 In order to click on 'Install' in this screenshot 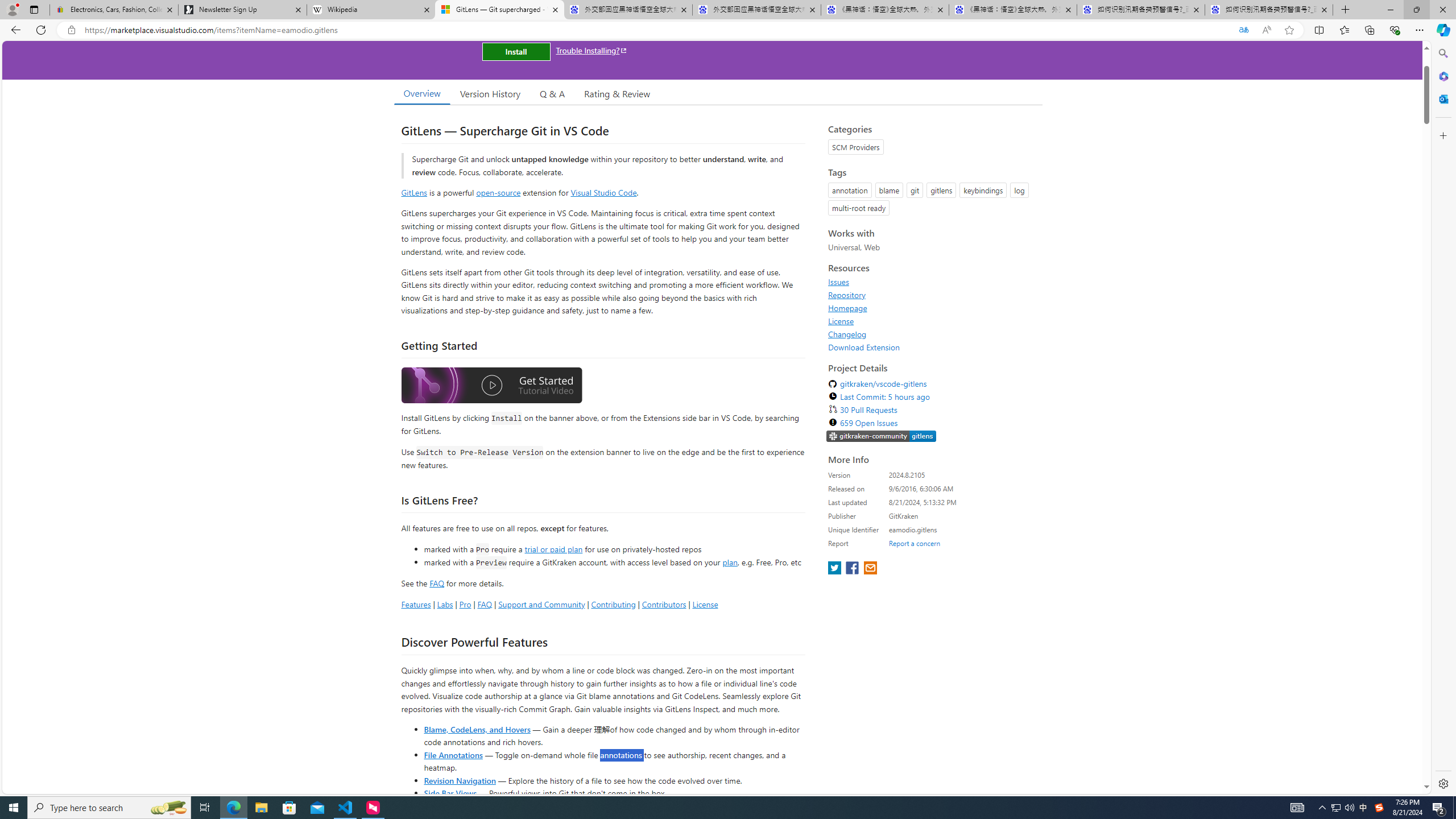, I will do `click(515, 51)`.